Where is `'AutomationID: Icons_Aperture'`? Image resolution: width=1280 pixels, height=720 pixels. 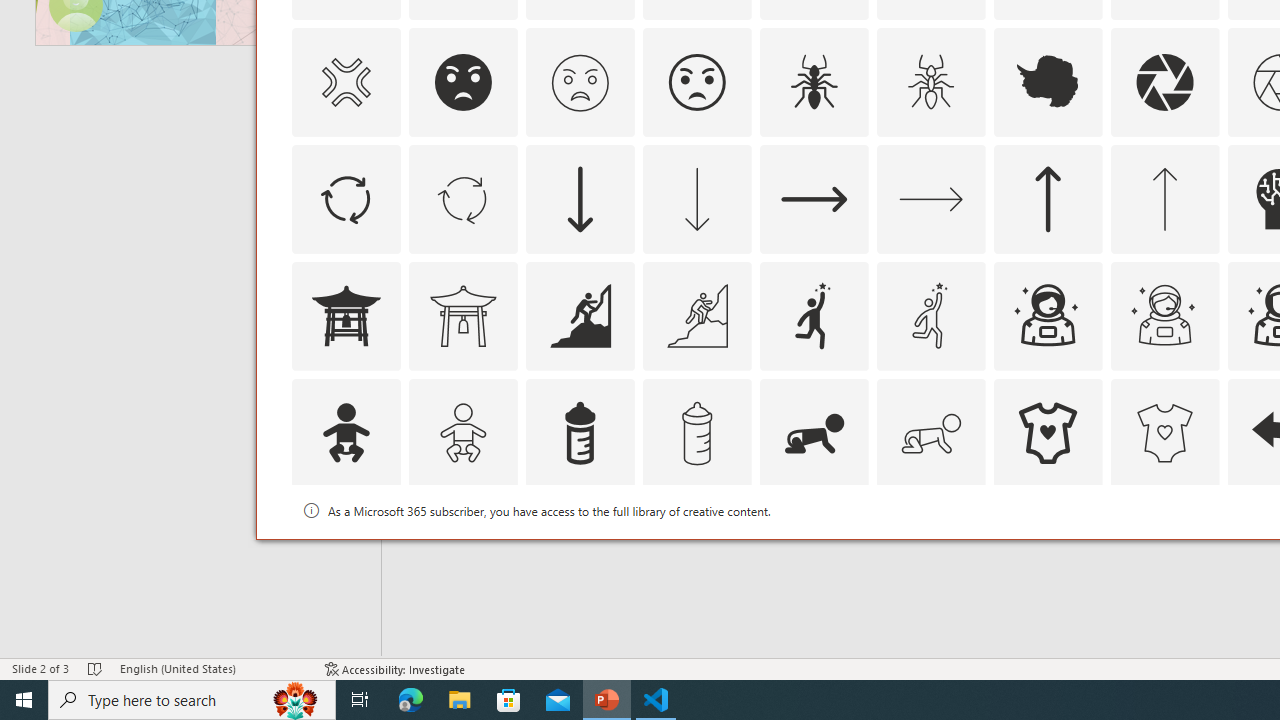
'AutomationID: Icons_Aperture' is located at coordinates (1164, 81).